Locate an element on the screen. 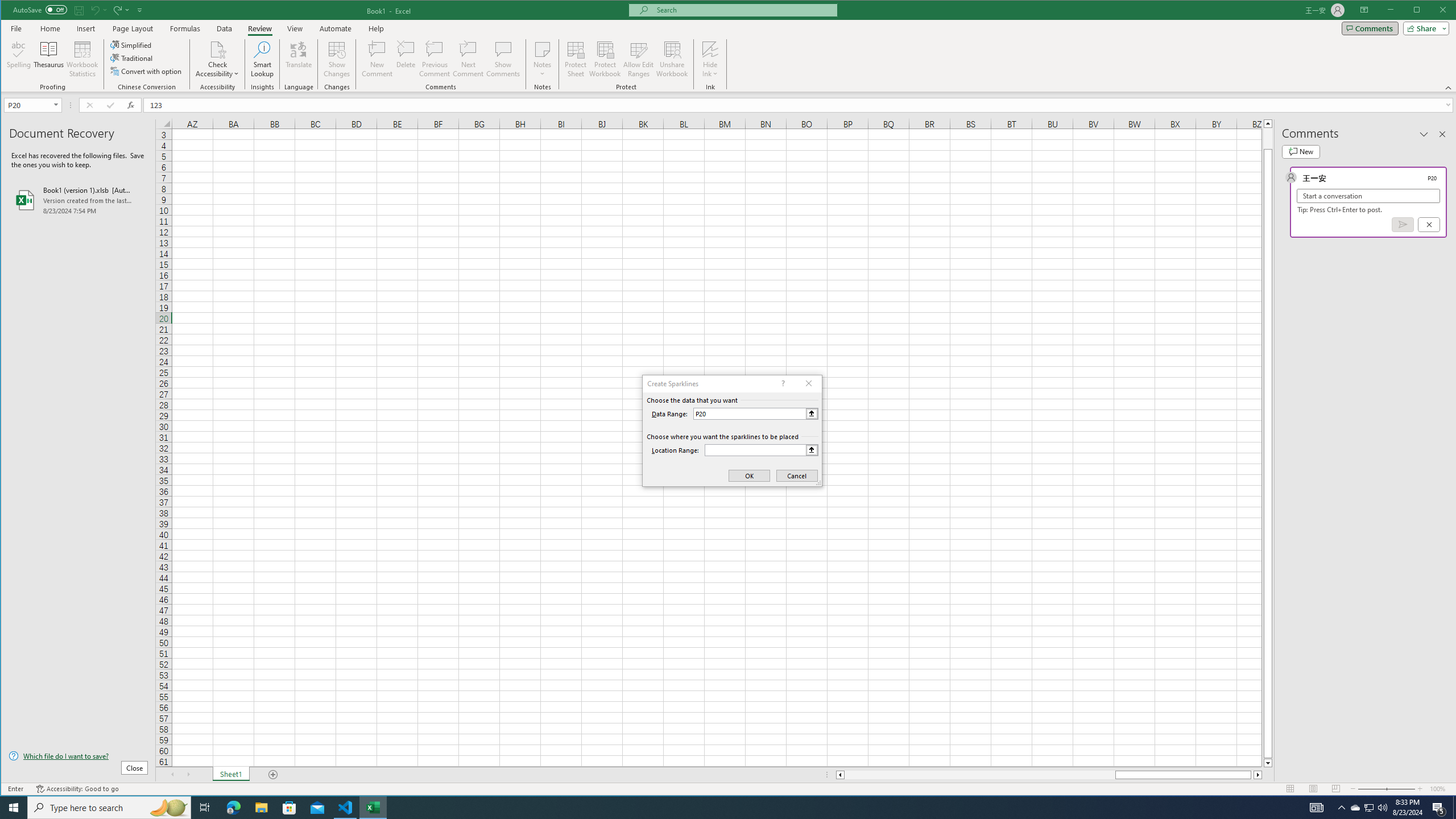 The width and height of the screenshot is (1456, 819). 'Smart Lookup' is located at coordinates (262, 59).